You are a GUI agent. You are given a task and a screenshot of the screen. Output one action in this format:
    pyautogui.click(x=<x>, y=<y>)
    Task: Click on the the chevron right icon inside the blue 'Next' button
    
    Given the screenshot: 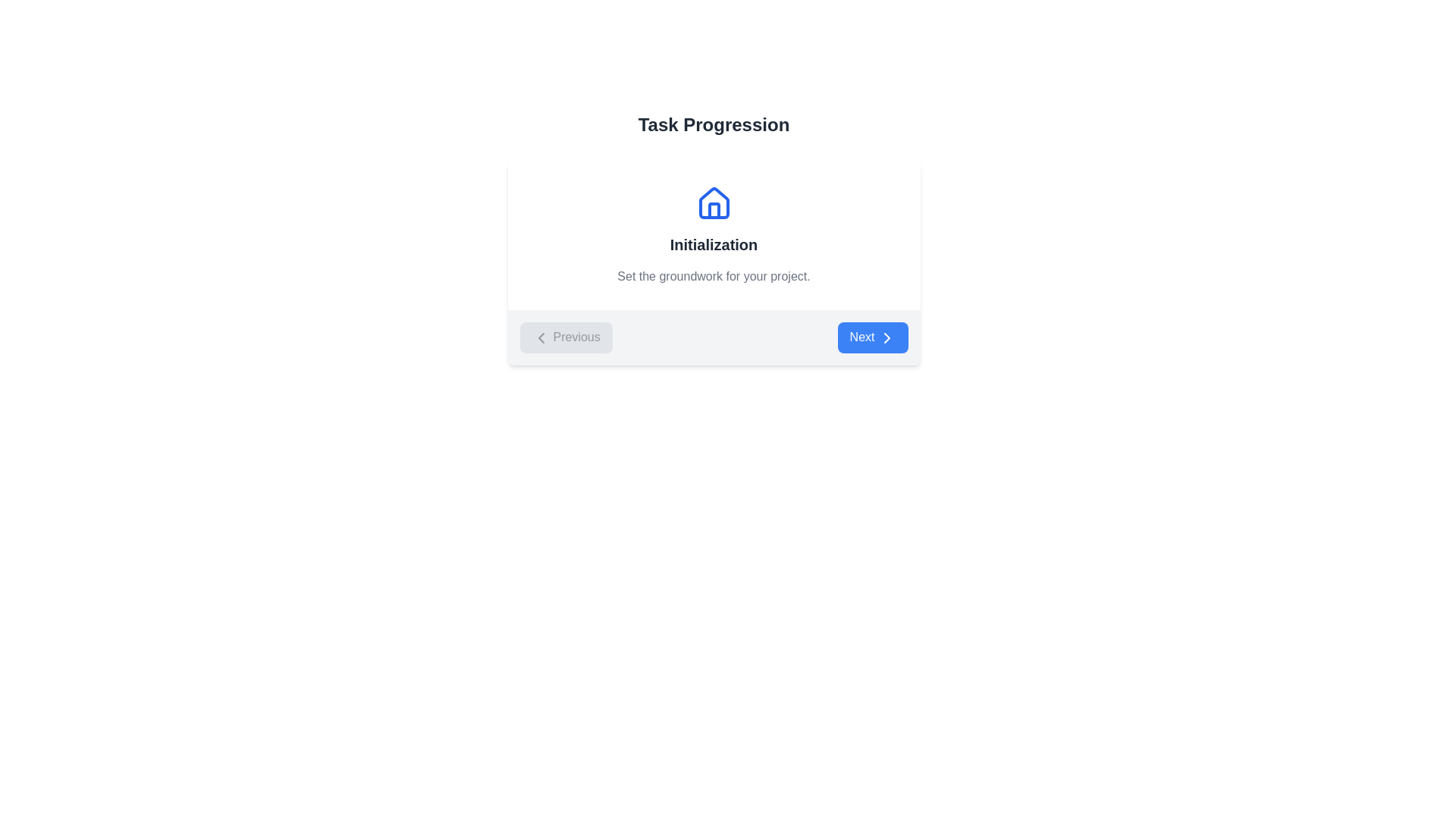 What is the action you would take?
    pyautogui.click(x=886, y=337)
    